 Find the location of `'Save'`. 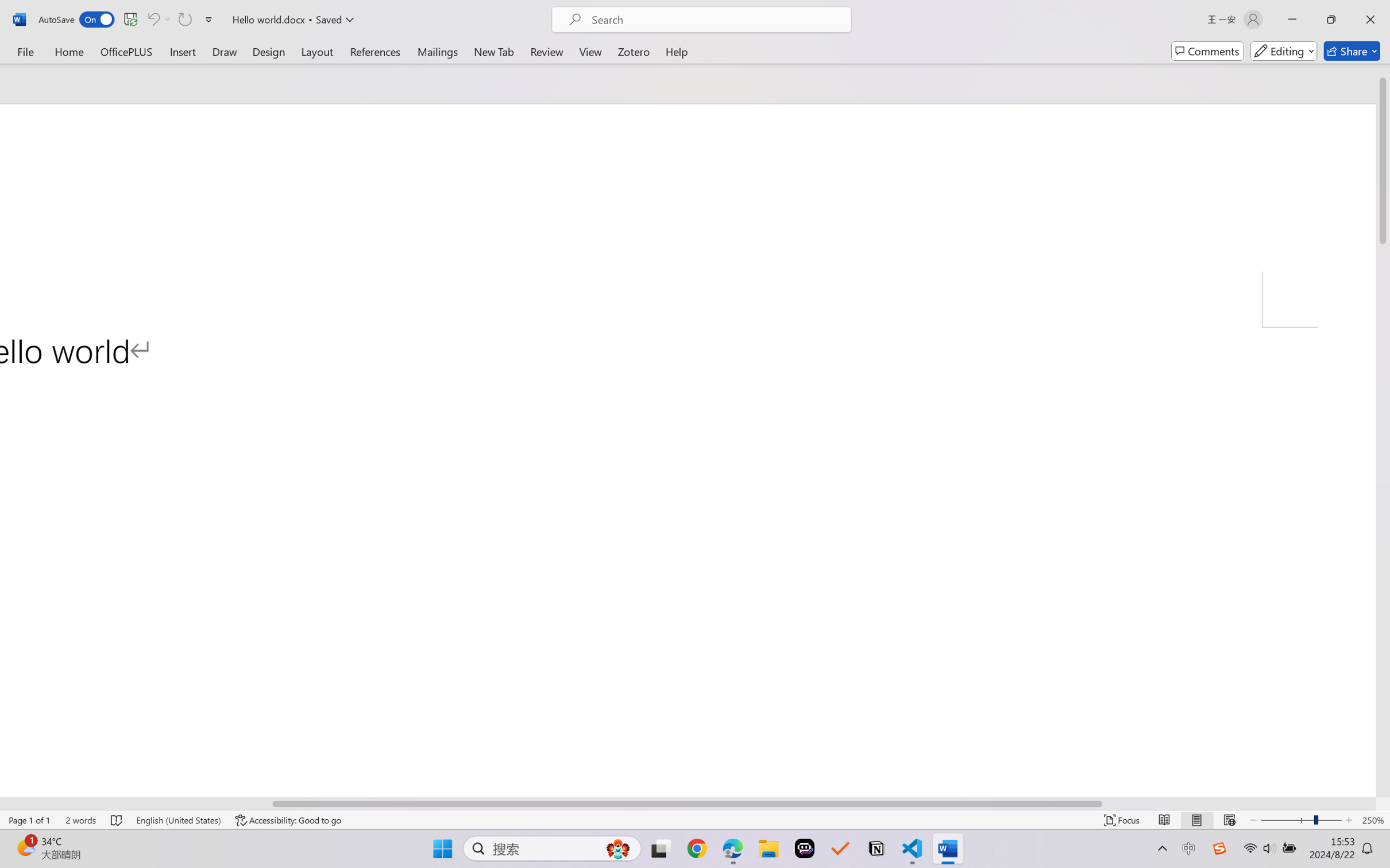

'Save' is located at coordinates (130, 19).